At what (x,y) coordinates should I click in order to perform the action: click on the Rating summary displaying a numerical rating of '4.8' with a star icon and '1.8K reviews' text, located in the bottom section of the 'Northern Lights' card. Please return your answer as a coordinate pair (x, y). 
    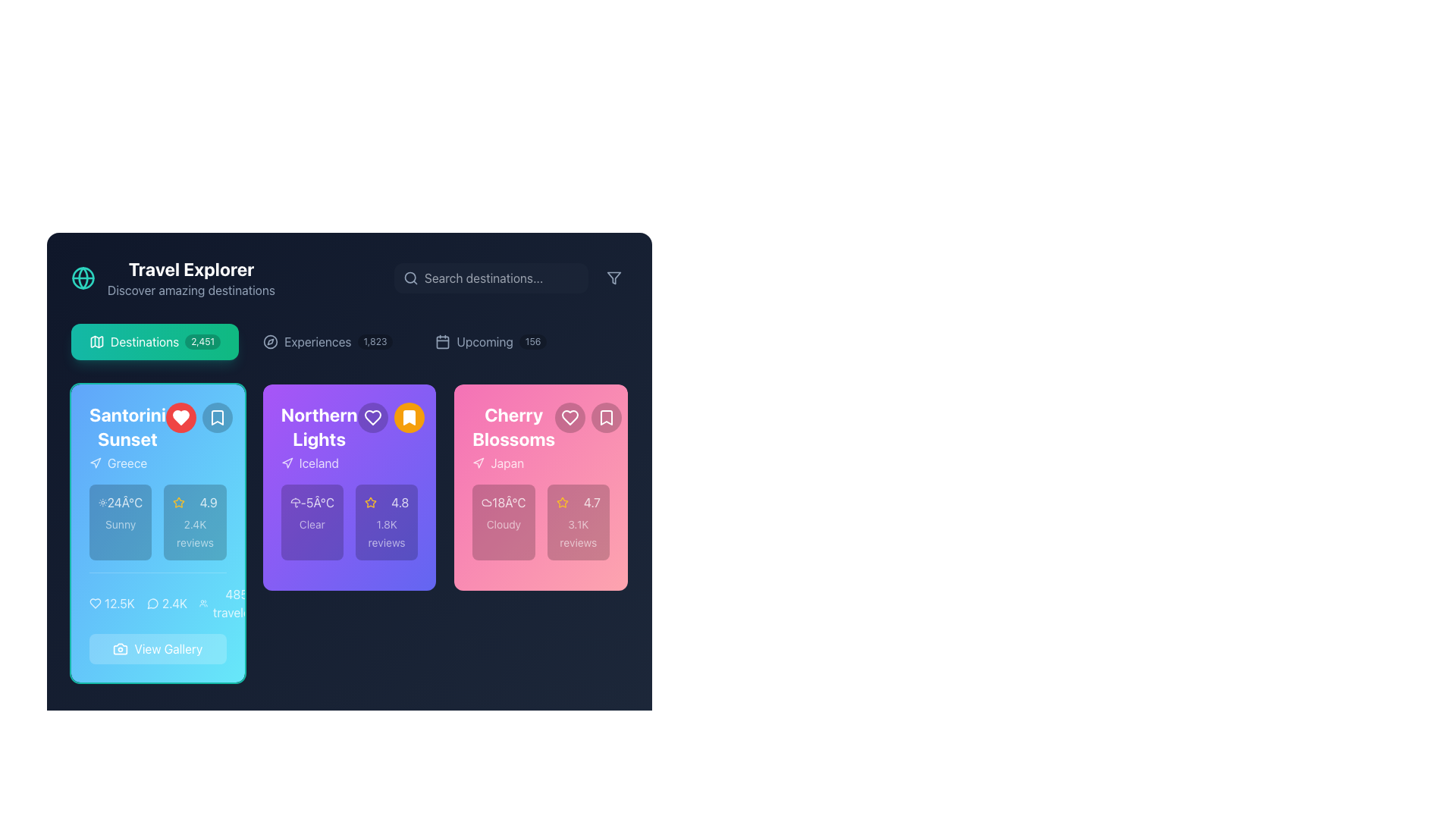
    Looking at the image, I should click on (387, 522).